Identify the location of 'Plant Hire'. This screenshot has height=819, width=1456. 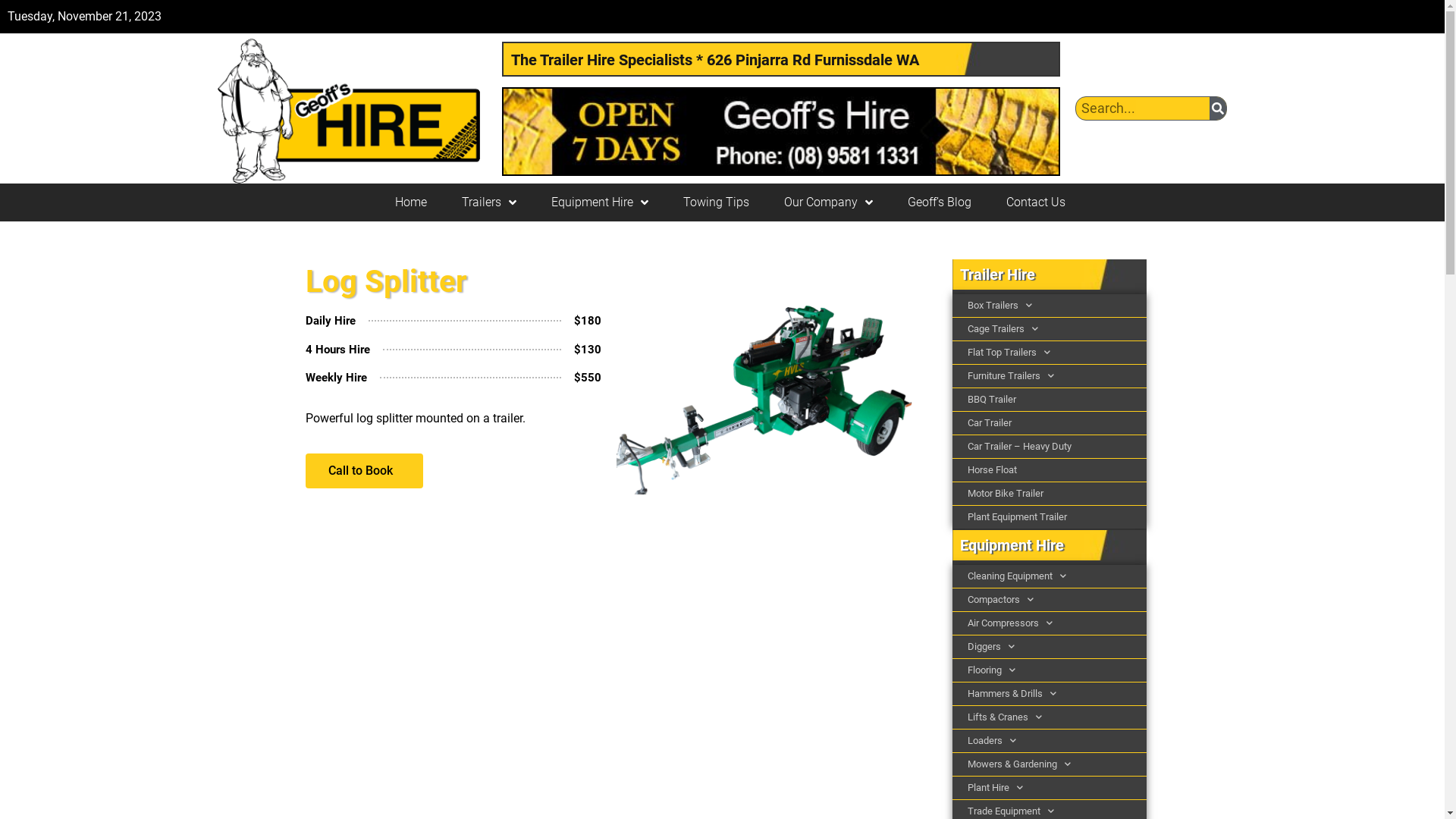
(1048, 786).